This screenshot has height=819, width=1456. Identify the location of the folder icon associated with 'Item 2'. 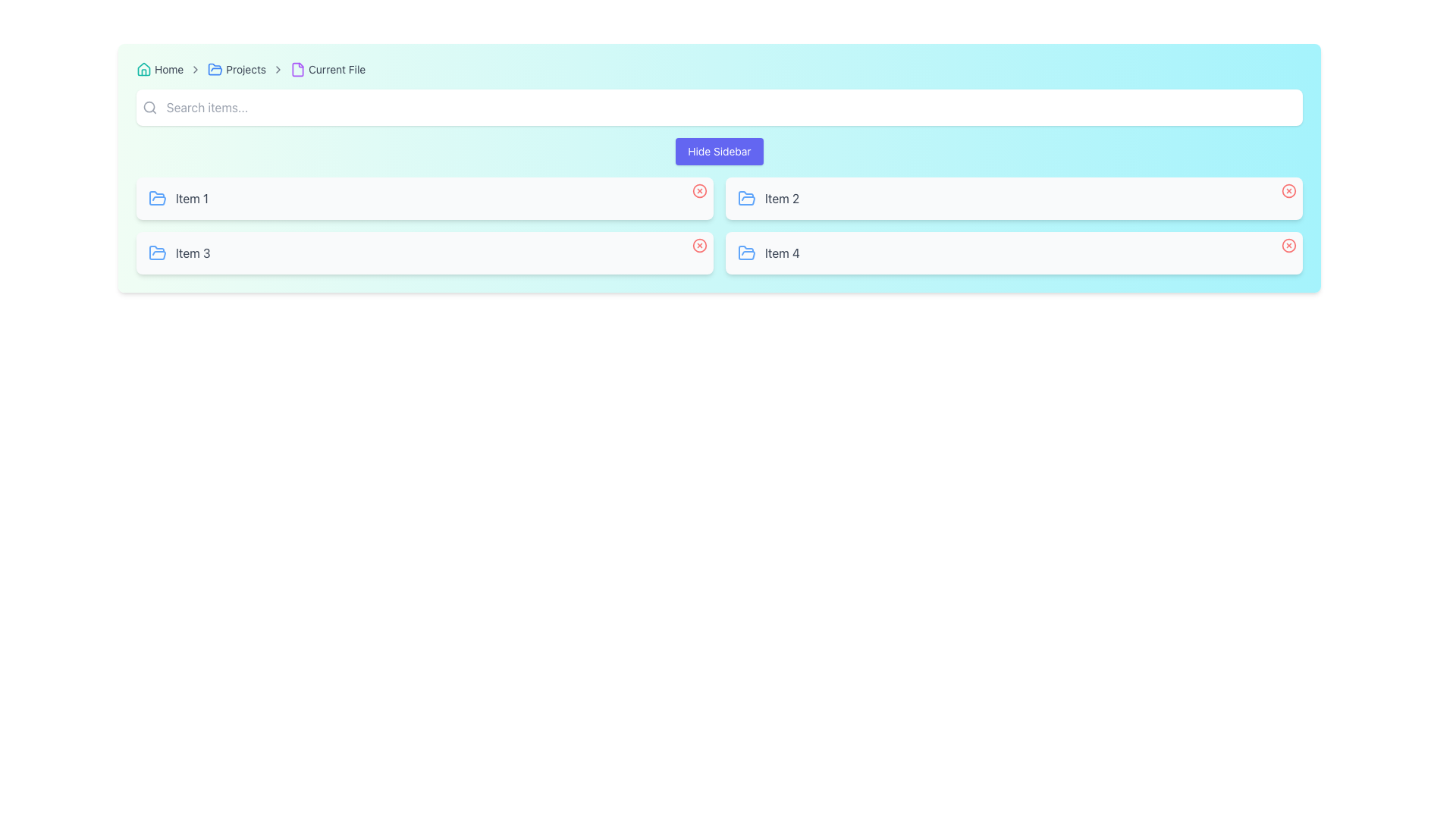
(746, 198).